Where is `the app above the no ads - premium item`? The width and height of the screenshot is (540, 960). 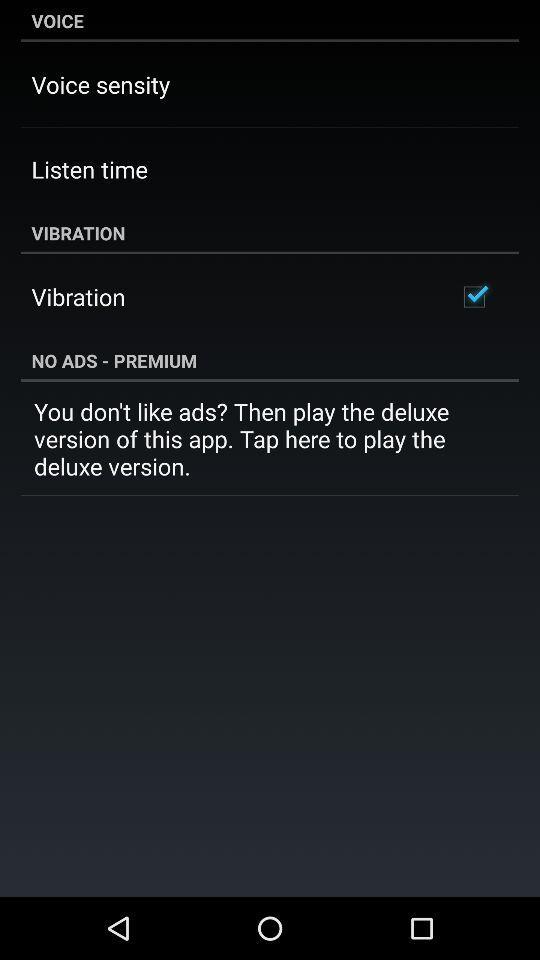 the app above the no ads - premium item is located at coordinates (473, 296).